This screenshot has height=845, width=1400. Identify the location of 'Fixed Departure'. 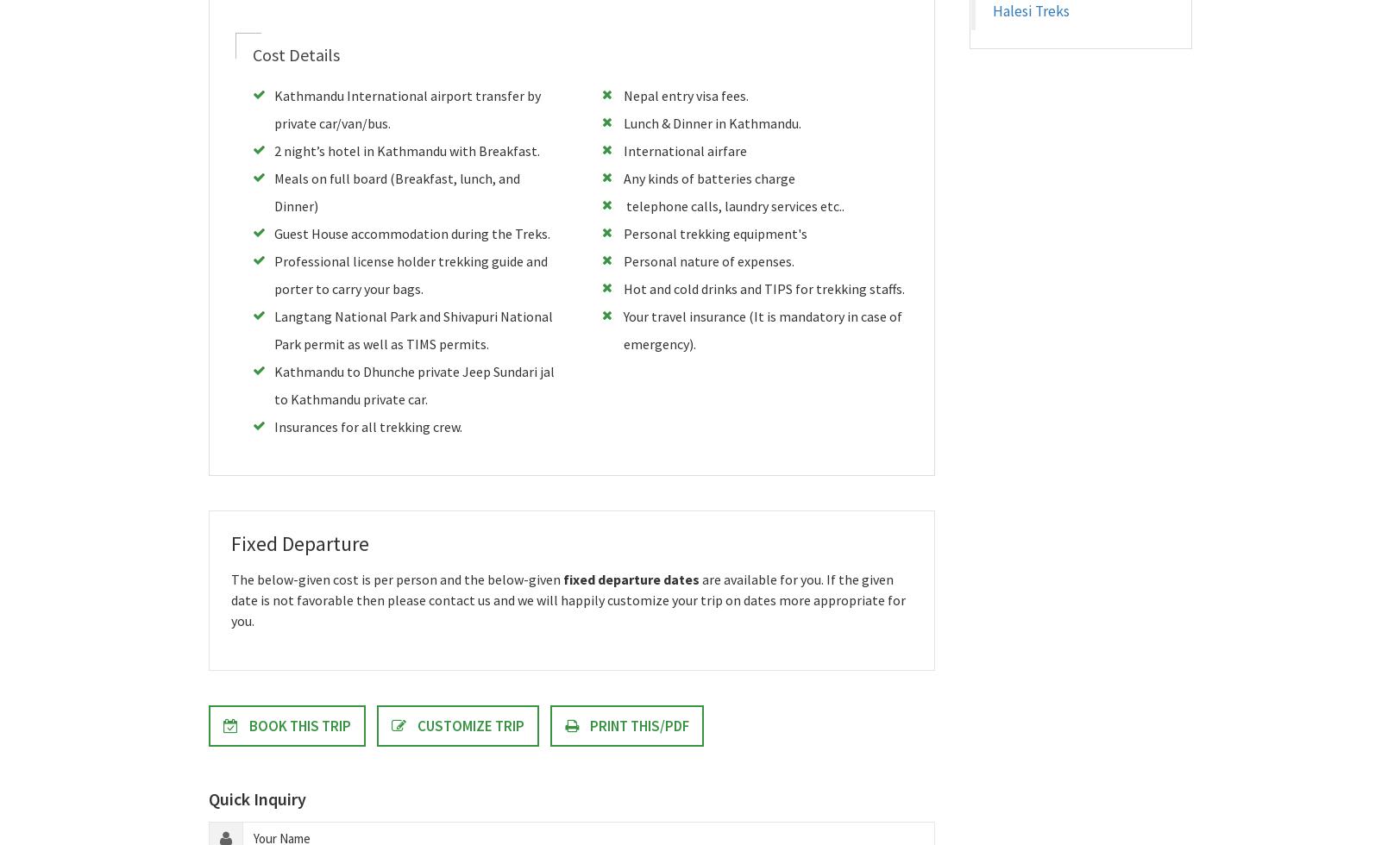
(229, 543).